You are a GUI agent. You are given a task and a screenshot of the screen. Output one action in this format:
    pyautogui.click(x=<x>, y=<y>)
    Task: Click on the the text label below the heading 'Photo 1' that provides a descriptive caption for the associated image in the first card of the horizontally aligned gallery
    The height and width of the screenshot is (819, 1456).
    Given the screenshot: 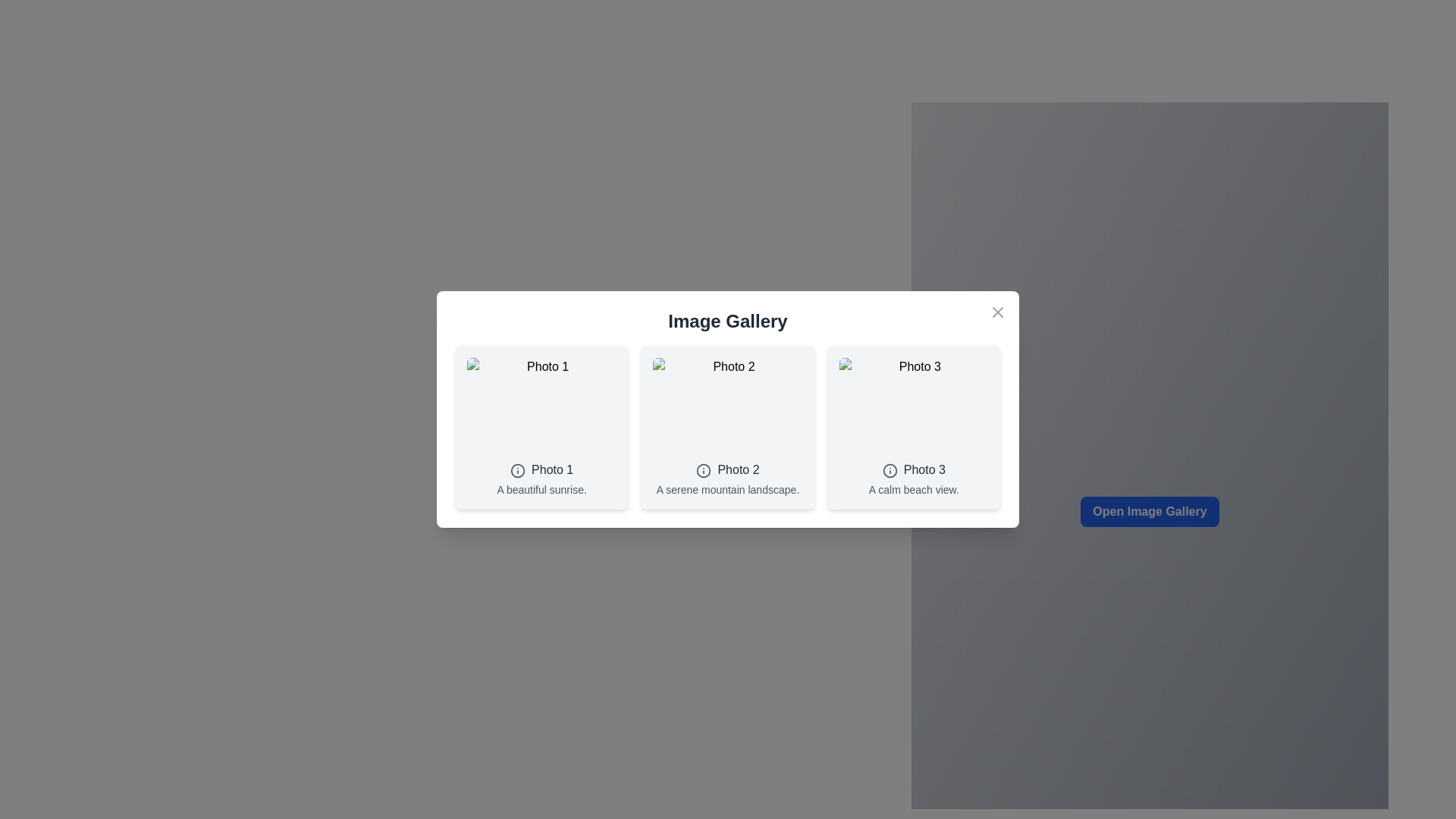 What is the action you would take?
    pyautogui.click(x=541, y=489)
    